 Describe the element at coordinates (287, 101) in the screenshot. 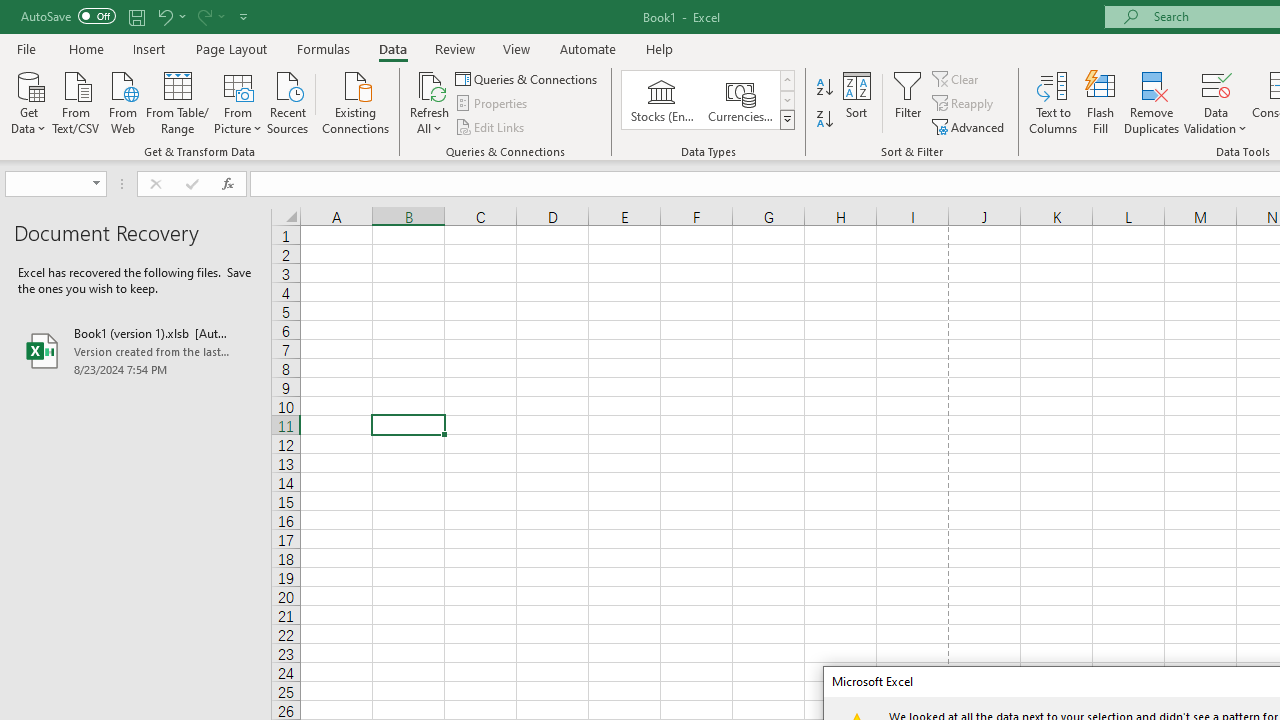

I see `'Recent Sources'` at that location.